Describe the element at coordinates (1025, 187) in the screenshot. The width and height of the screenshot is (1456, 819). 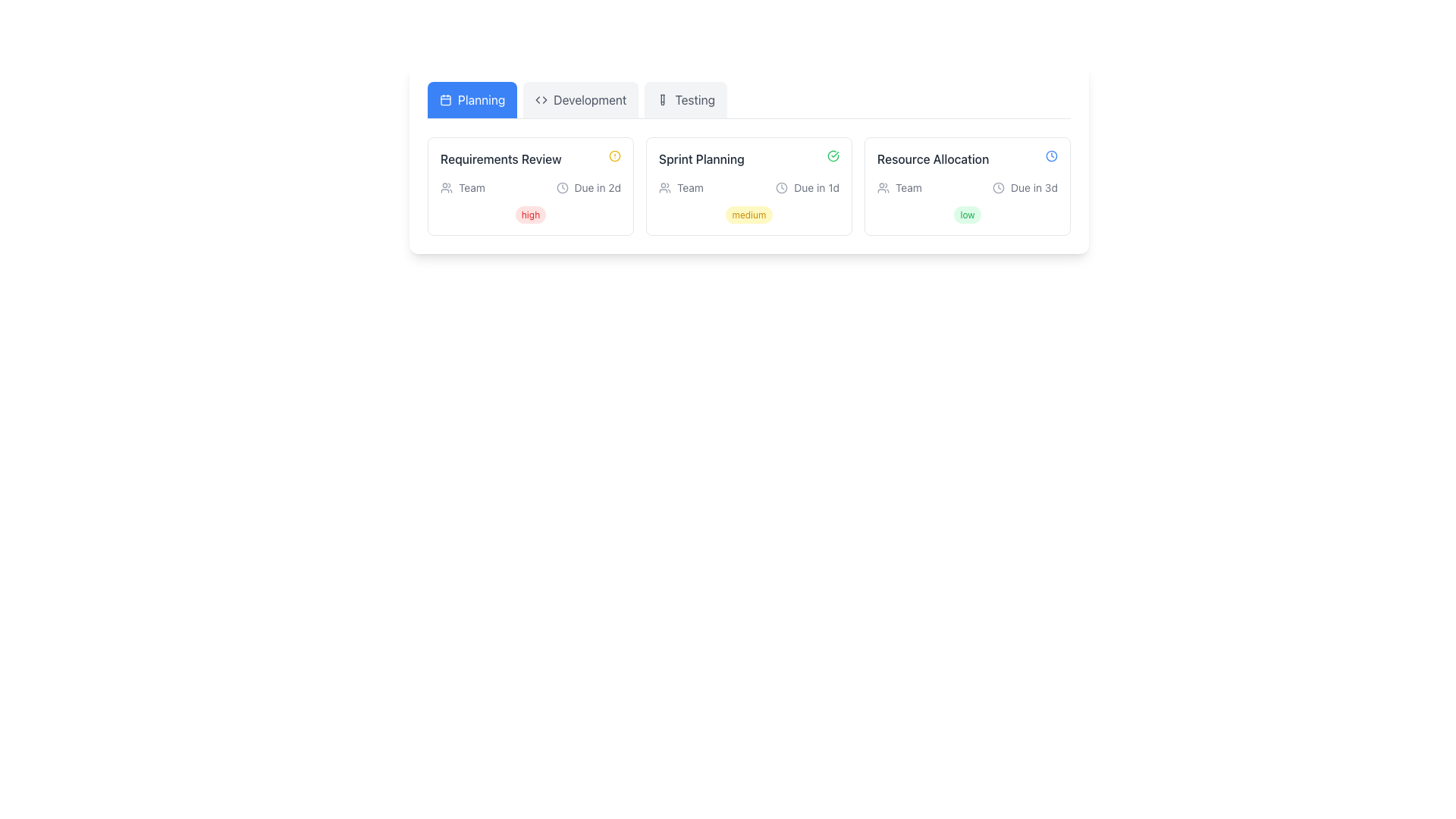
I see `the 'Due in 3d' text element with a clock icon located in the bottom section of the 'Resource Allocation' card, specifically to the right of the 'Team' text` at that location.